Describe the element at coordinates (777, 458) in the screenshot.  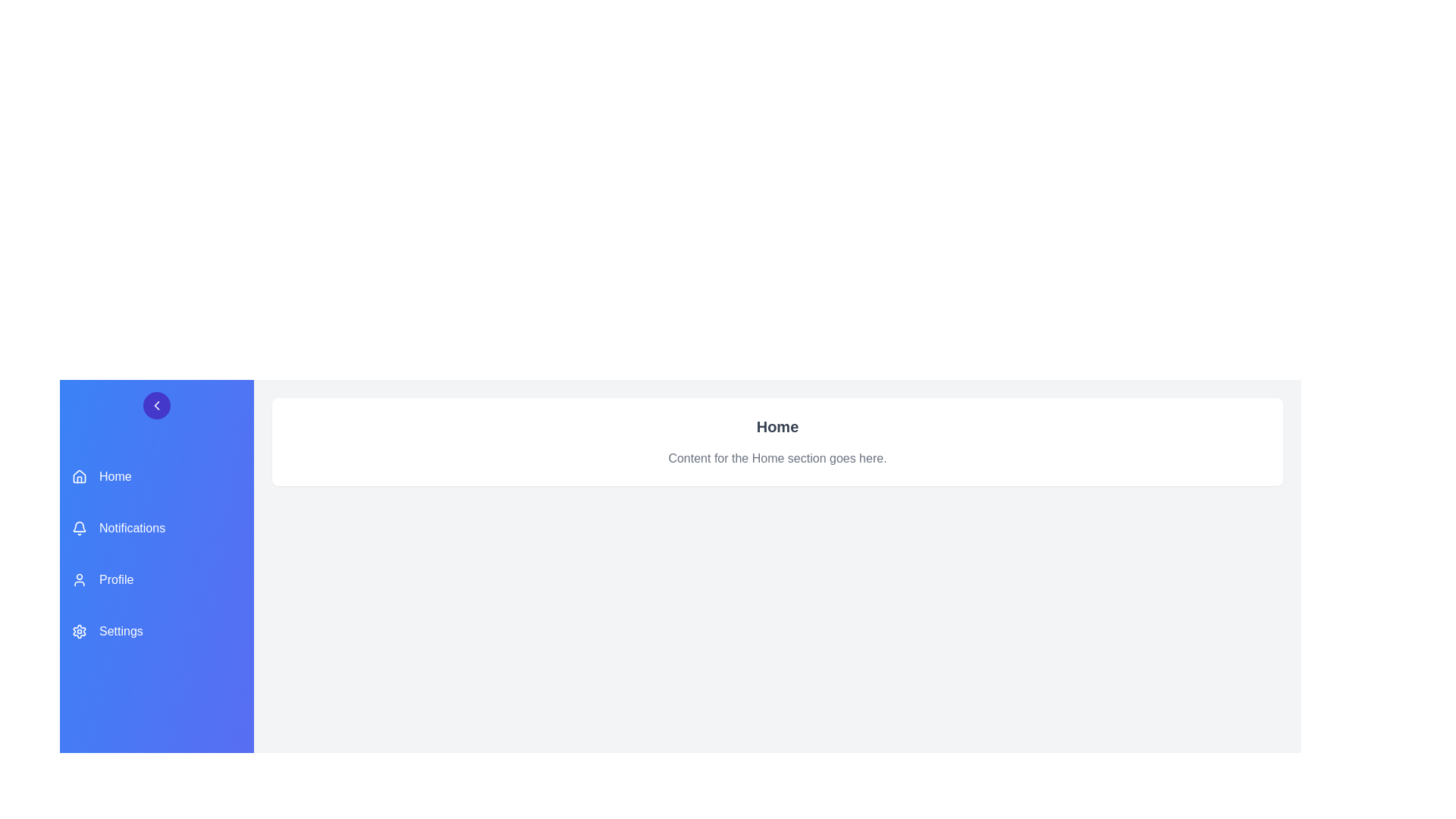
I see `the line of text that reads 'Content for the Home section goes here.' which is styled in a gray font and is located below the bold heading 'Home'` at that location.